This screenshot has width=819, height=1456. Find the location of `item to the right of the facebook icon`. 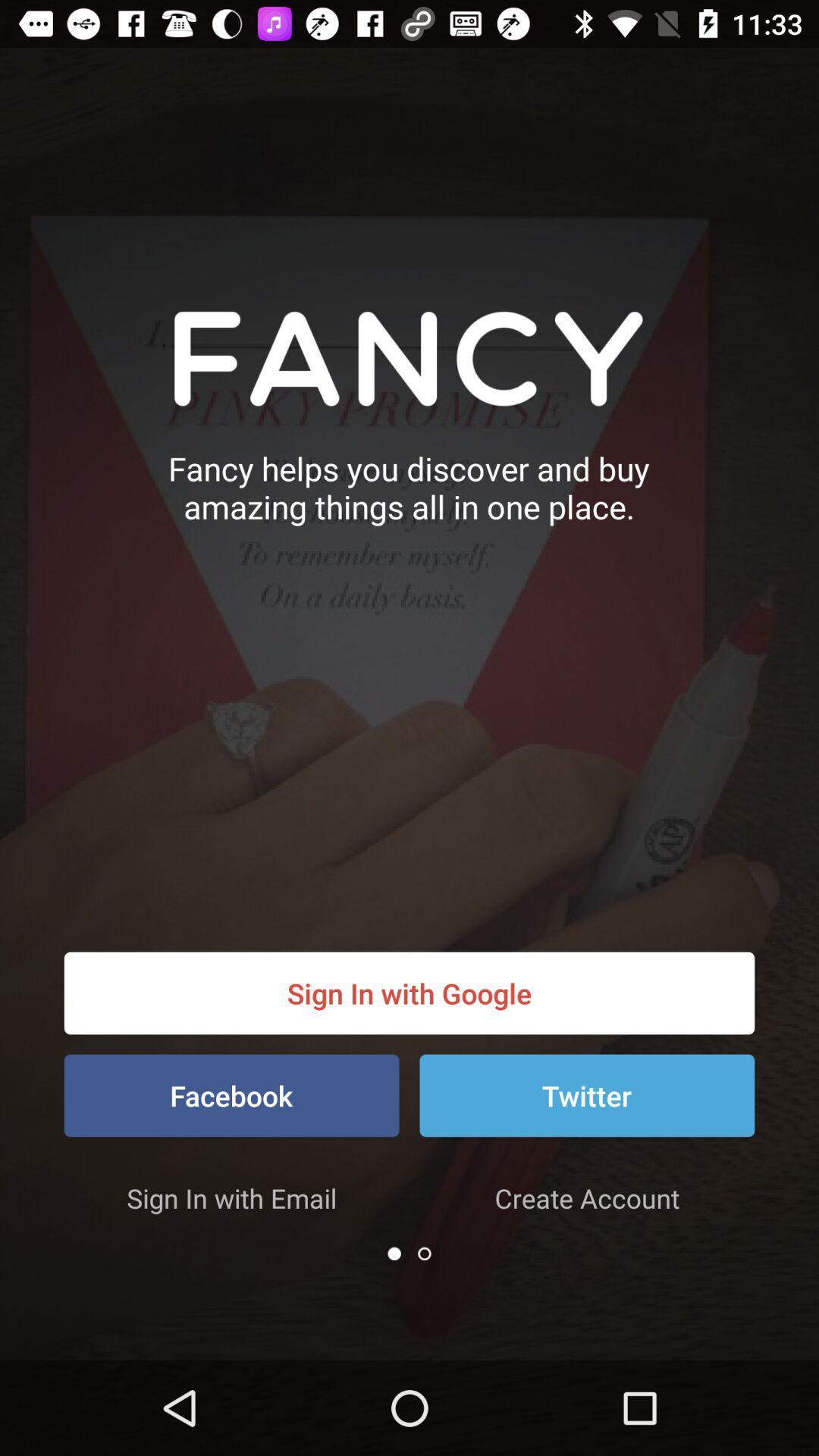

item to the right of the facebook icon is located at coordinates (586, 1095).